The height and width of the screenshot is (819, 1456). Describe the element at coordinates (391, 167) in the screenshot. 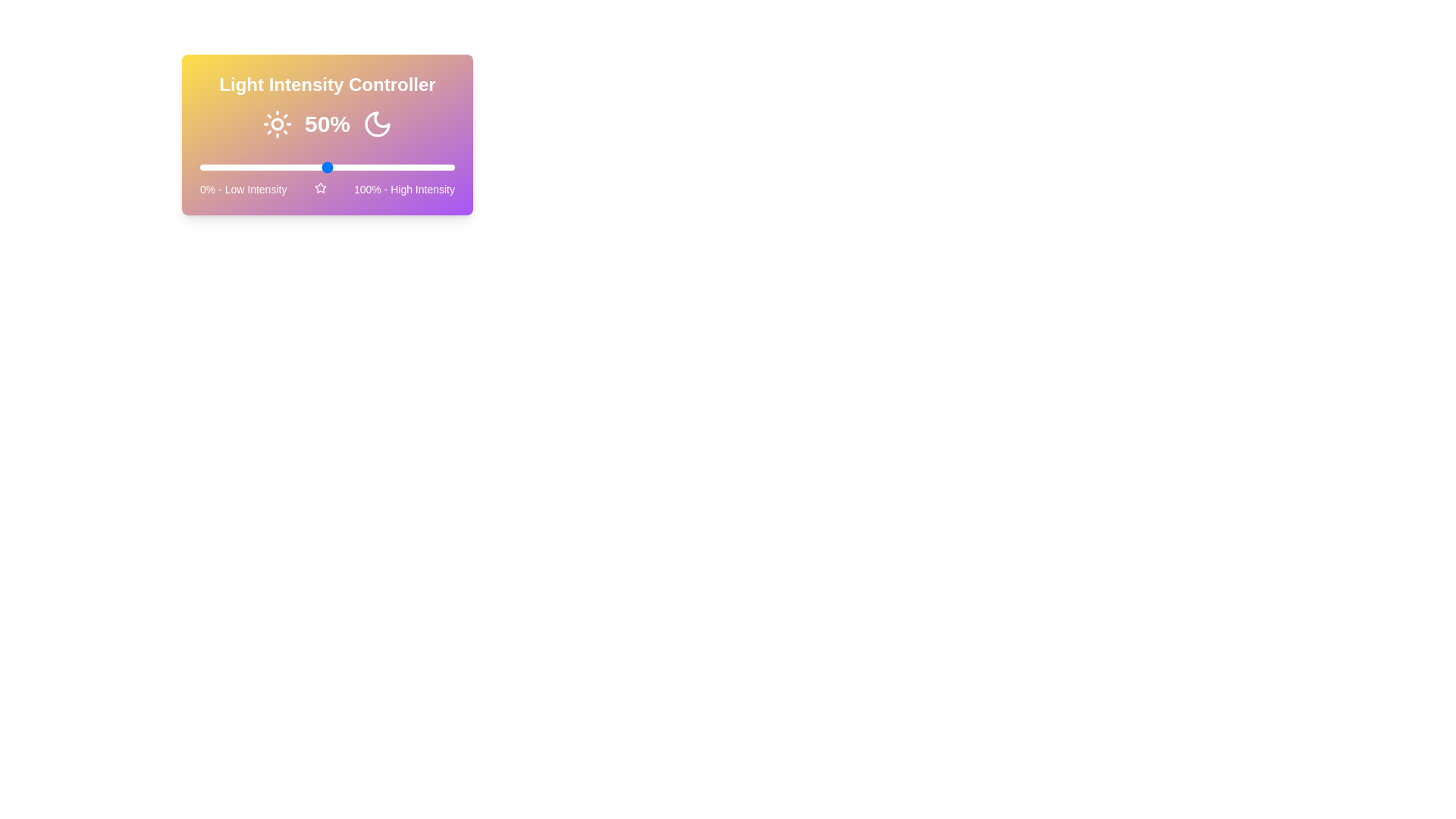

I see `the light intensity to 75%, where 75 is a value between 0 and 100` at that location.